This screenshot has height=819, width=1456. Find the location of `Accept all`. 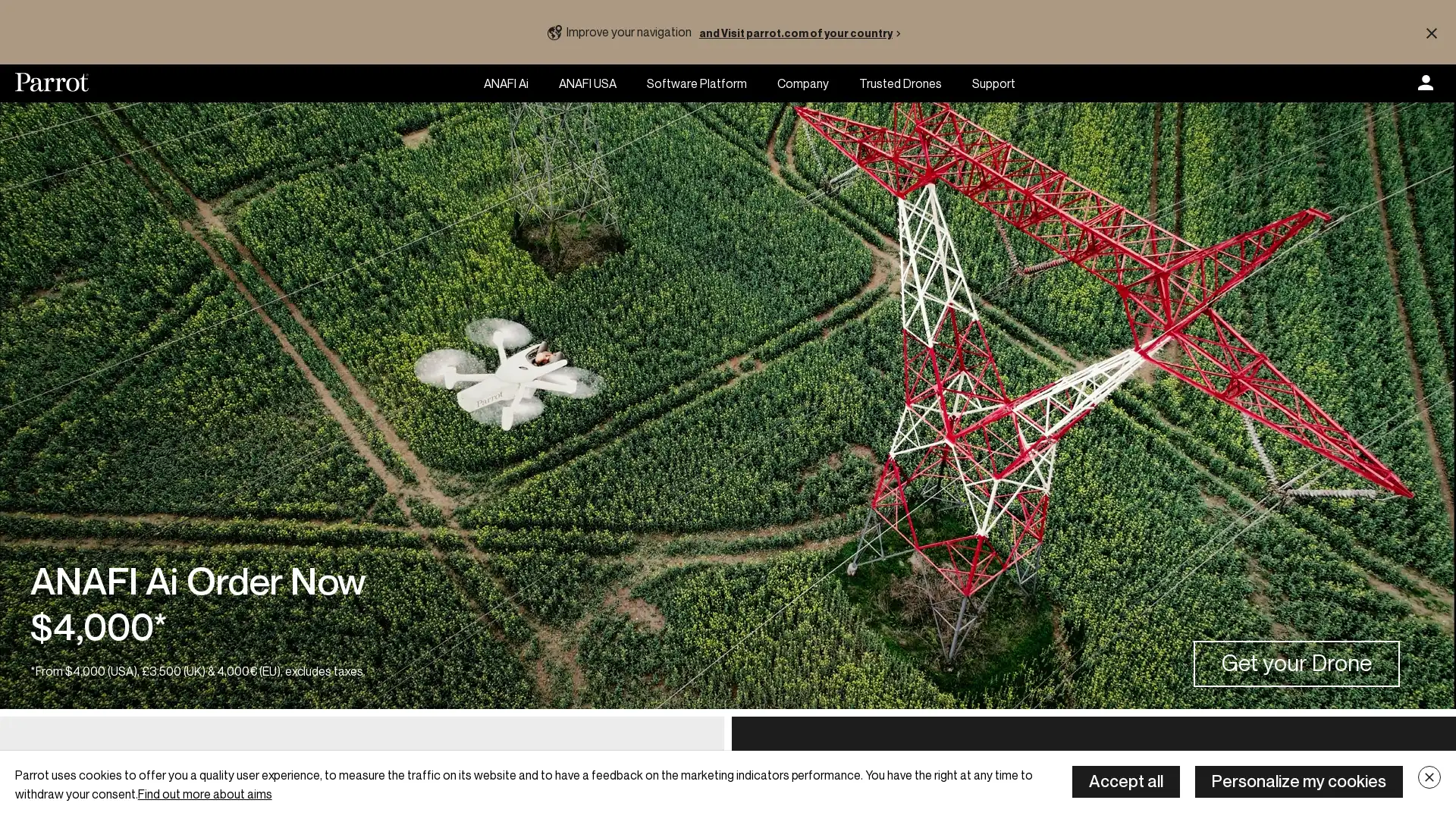

Accept all is located at coordinates (1125, 781).